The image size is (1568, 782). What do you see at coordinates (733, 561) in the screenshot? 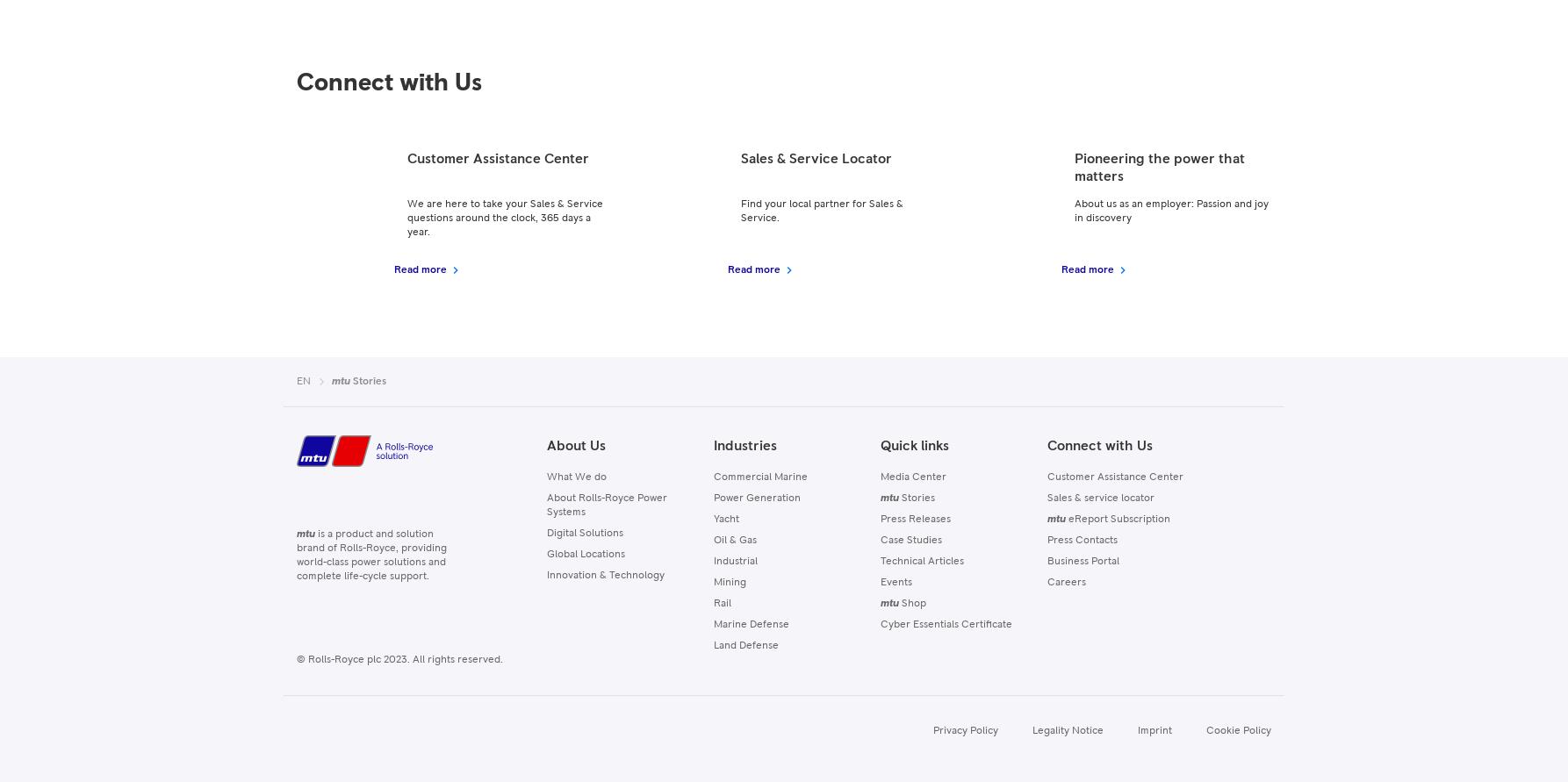
I see `'Industrial'` at bounding box center [733, 561].